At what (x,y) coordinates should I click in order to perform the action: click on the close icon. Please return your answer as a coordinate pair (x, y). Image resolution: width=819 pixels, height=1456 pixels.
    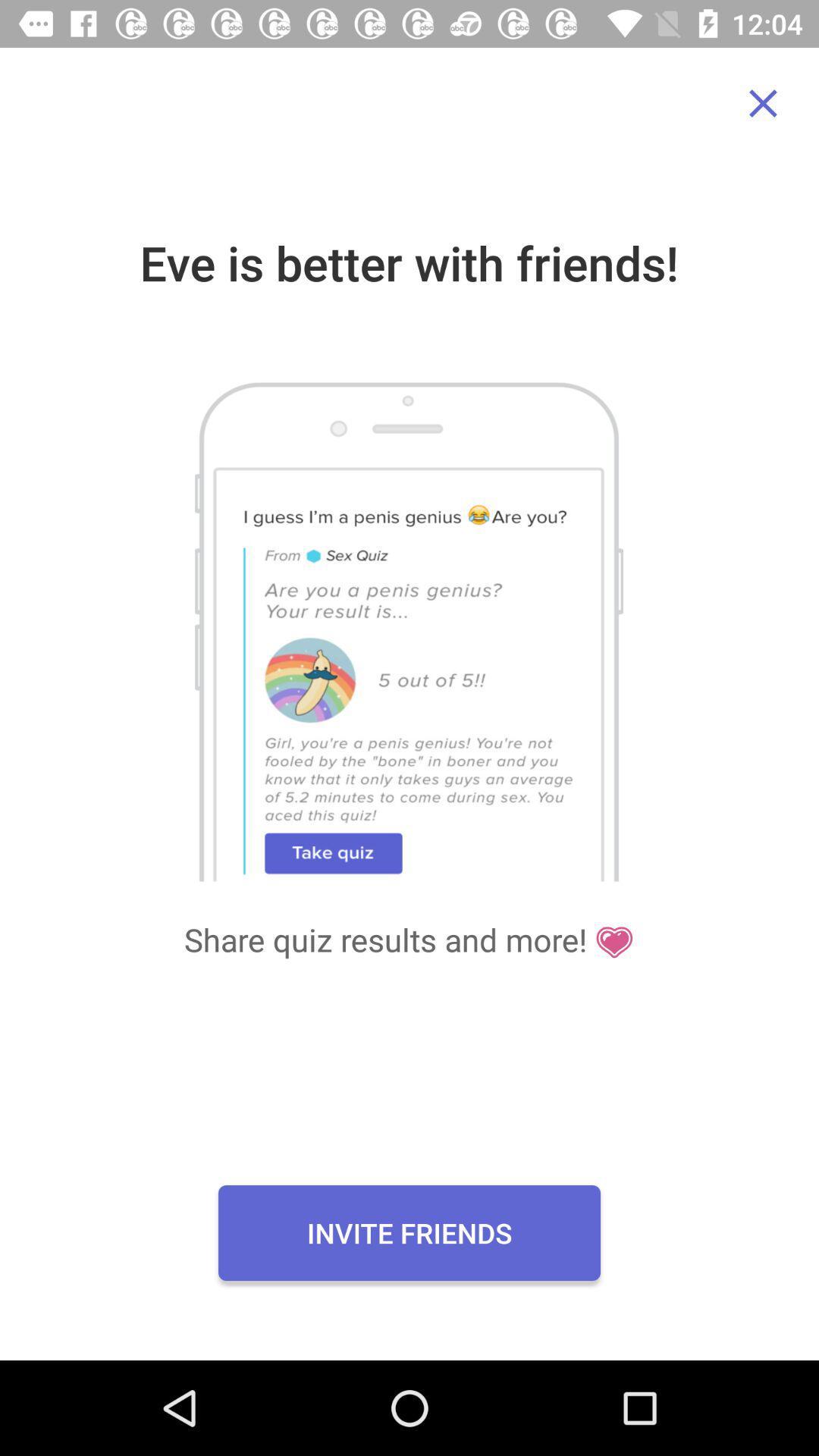
    Looking at the image, I should click on (763, 102).